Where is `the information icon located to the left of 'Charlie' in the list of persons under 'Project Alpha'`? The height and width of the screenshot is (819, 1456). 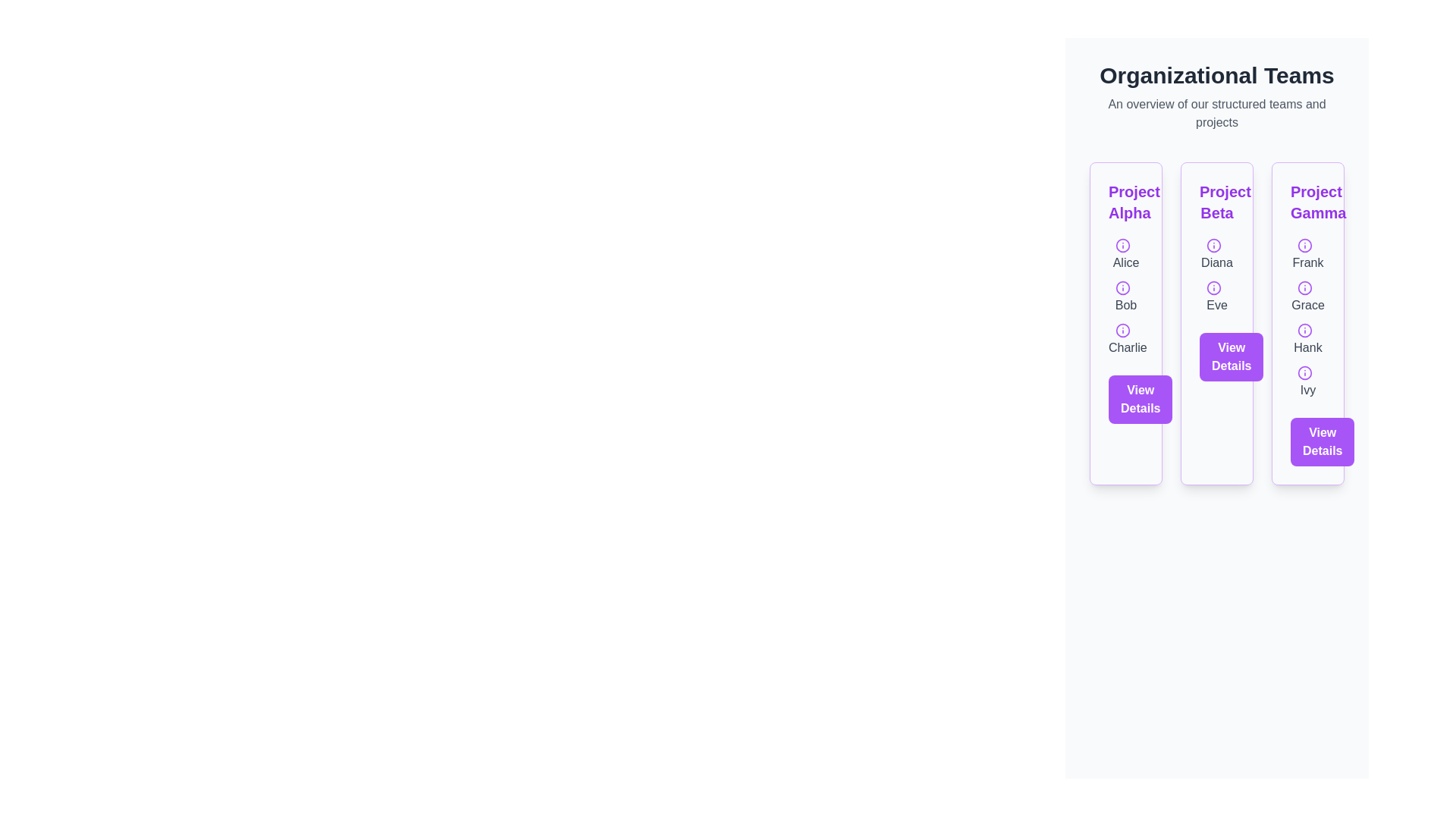
the information icon located to the left of 'Charlie' in the list of persons under 'Project Alpha' is located at coordinates (1123, 329).